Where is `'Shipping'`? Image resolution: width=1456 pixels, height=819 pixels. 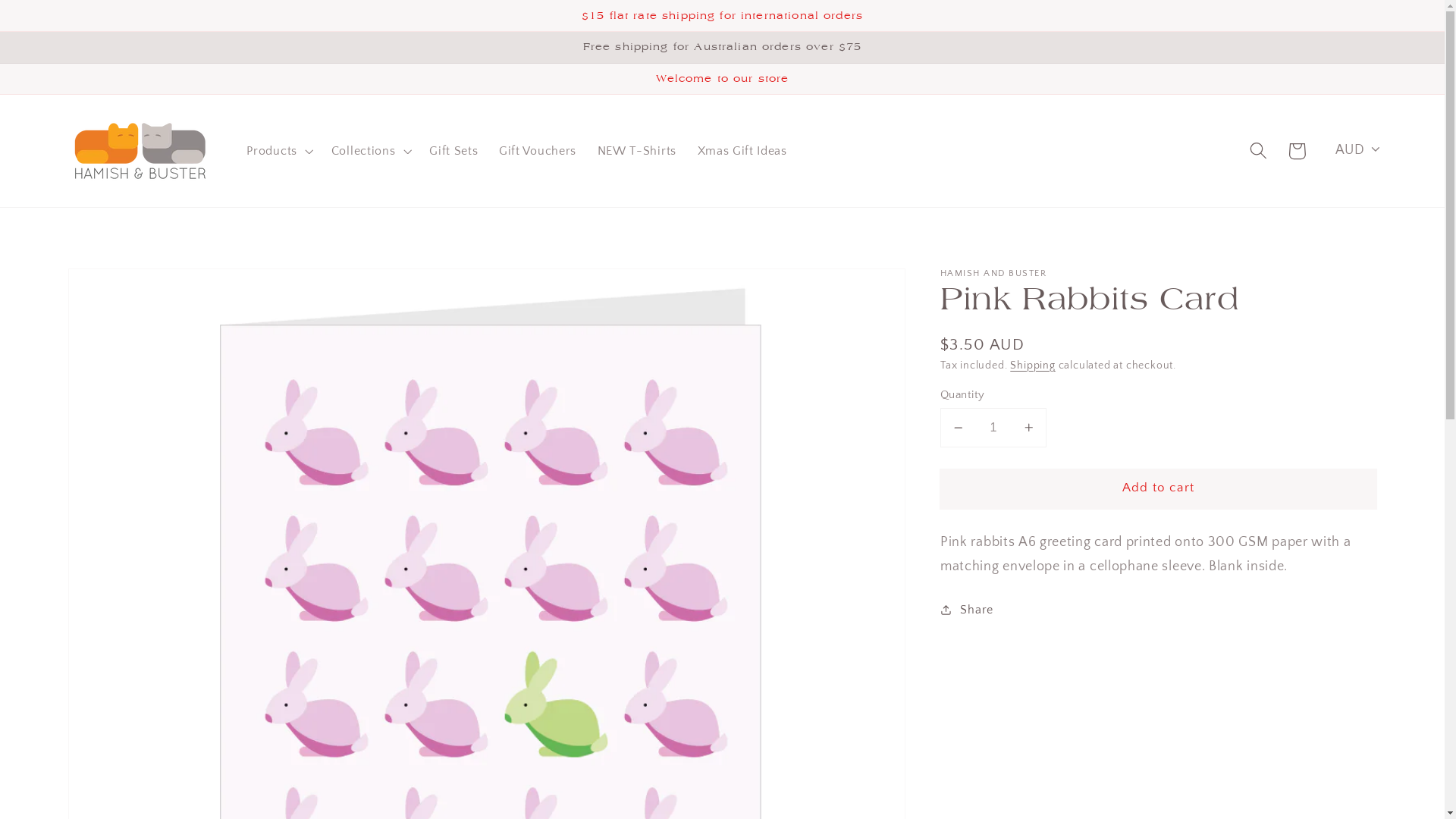 'Shipping' is located at coordinates (1031, 365).